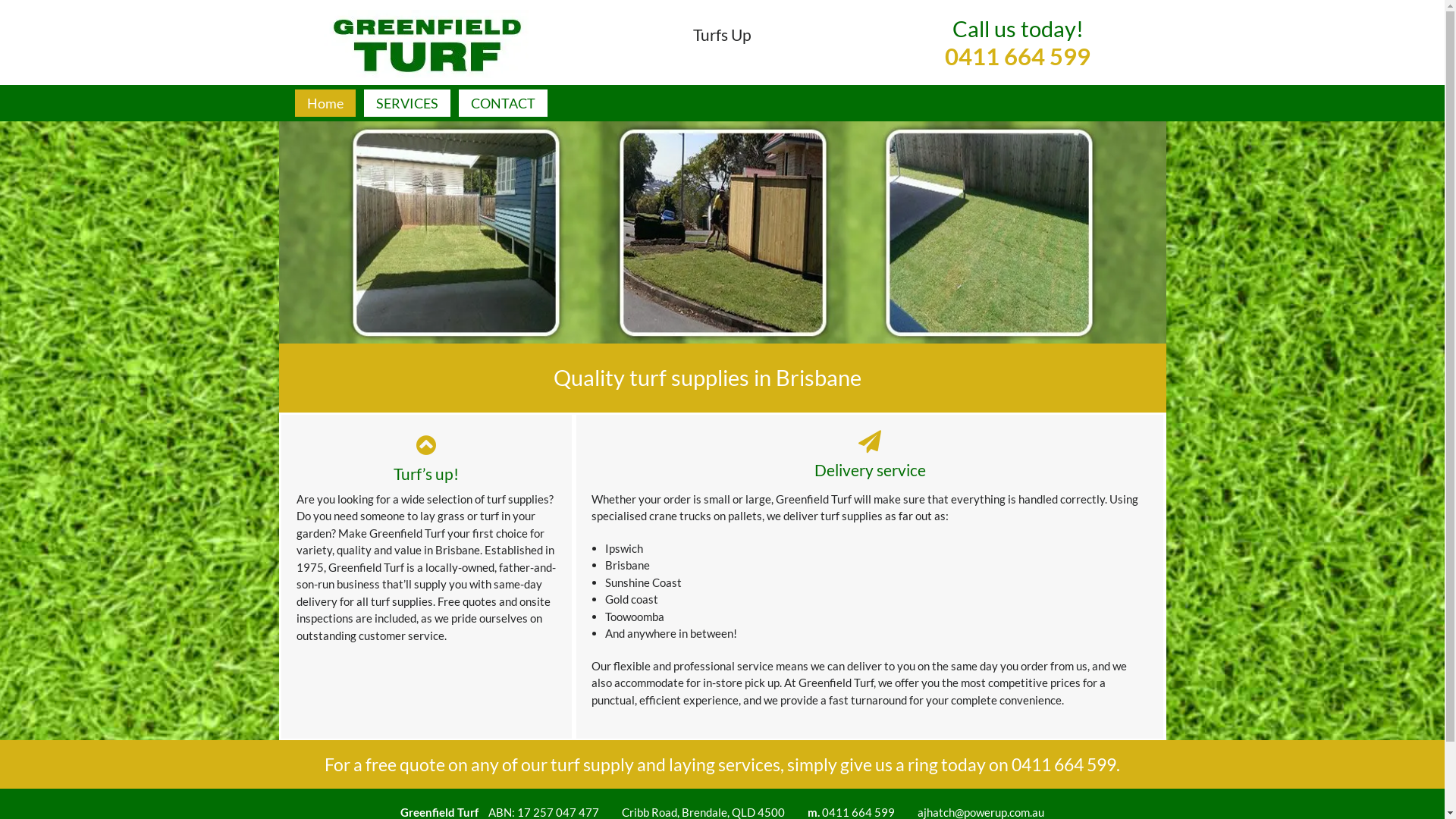 Image resolution: width=1456 pixels, height=819 pixels. I want to click on 'greenfield turf on home', so click(722, 232).